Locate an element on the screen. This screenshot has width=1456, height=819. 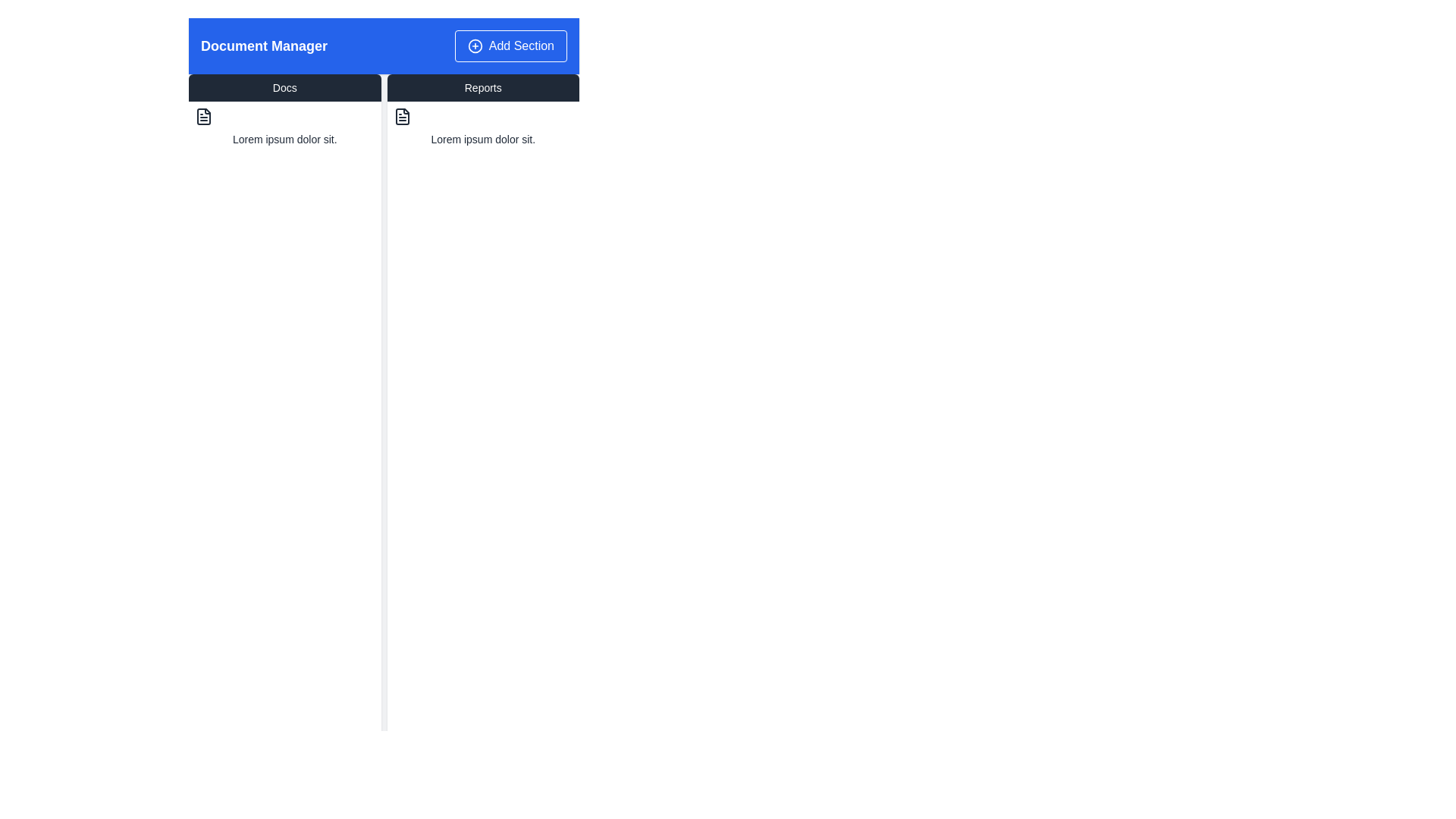
the text label located in the 'Reports' column, positioned directly under the document icon is located at coordinates (482, 140).